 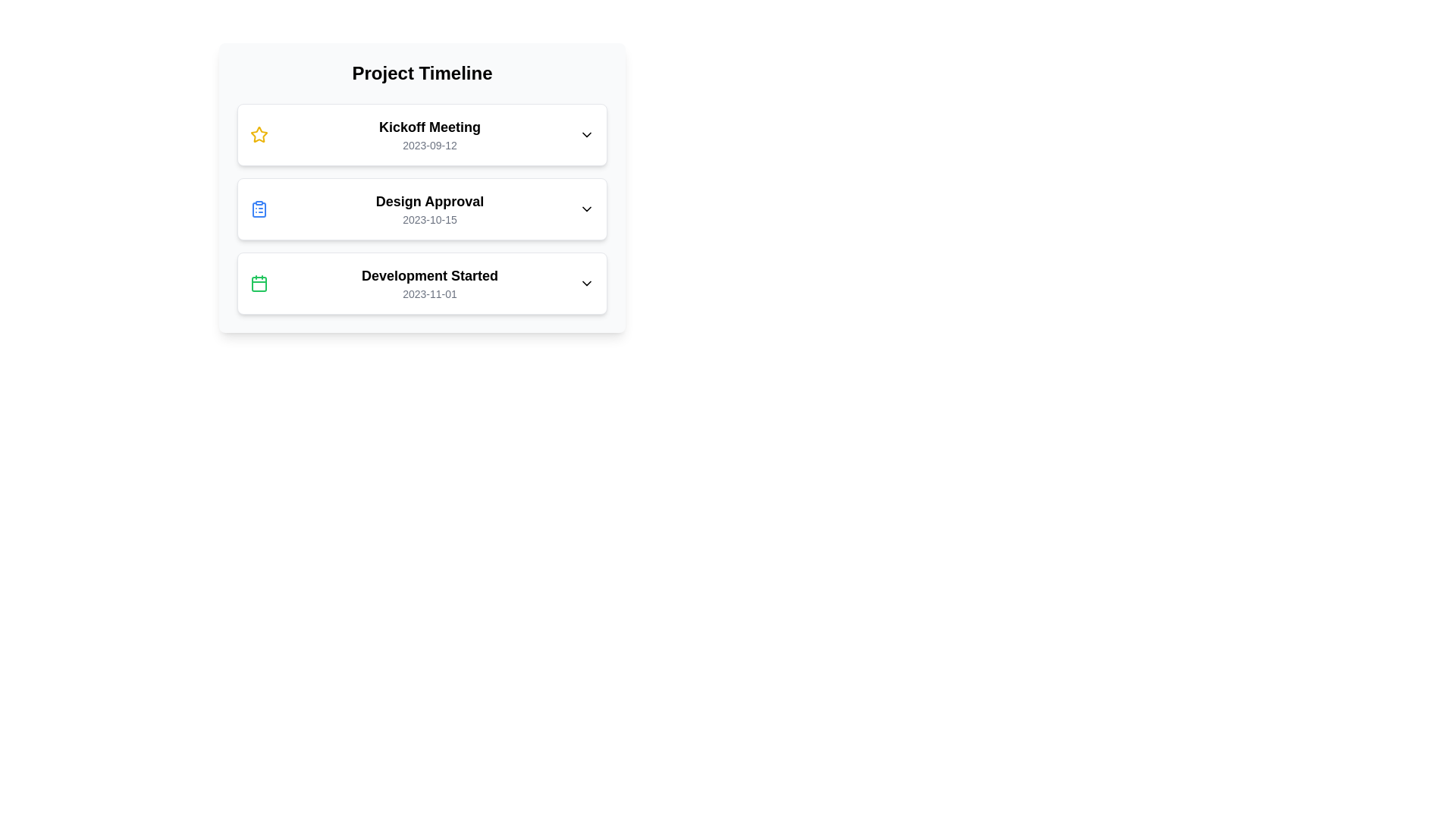 What do you see at coordinates (422, 133) in the screenshot?
I see `the first card in the project timeline, located directly below the header 'Project Timeline'` at bounding box center [422, 133].